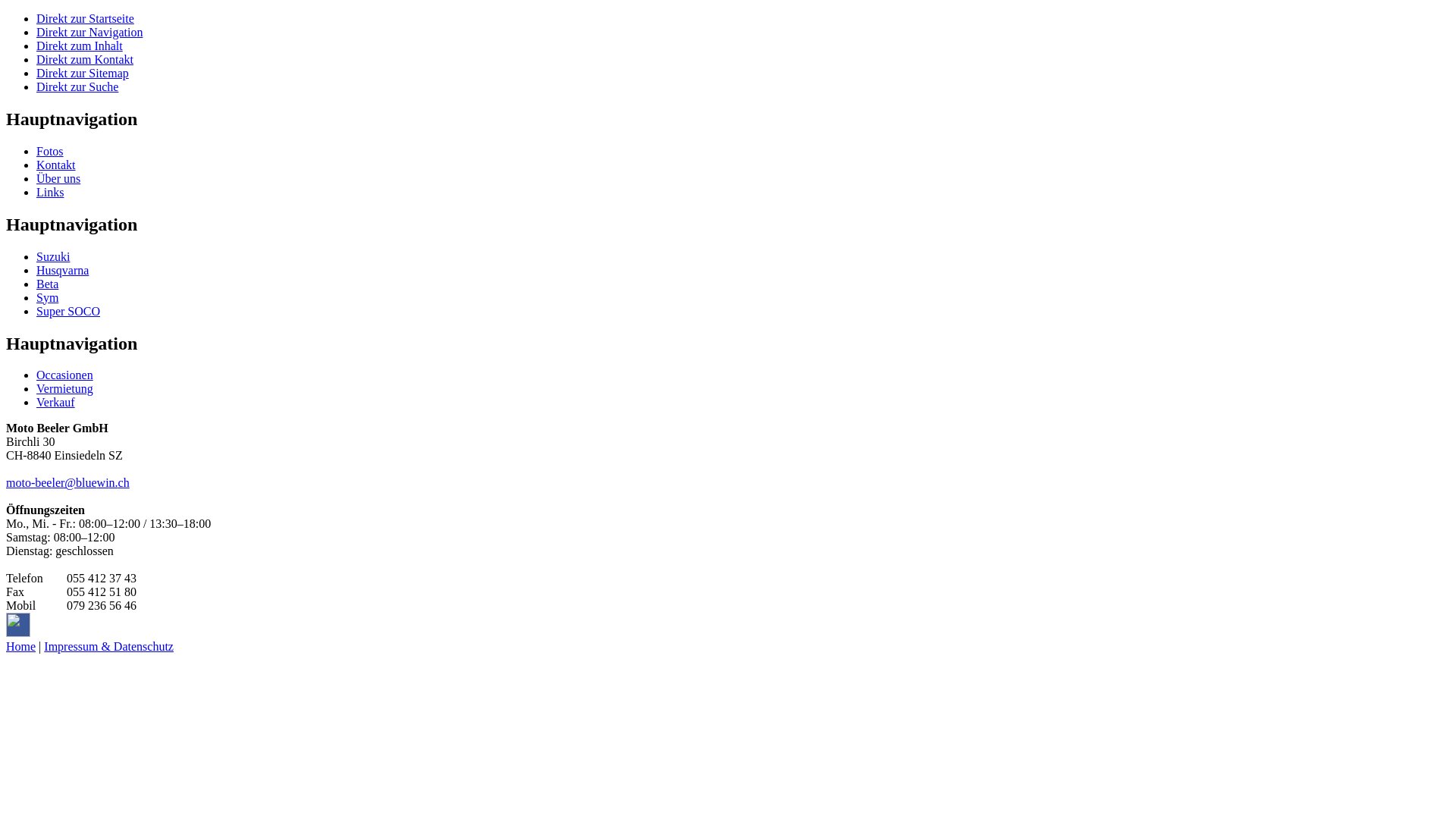  What do you see at coordinates (36, 401) in the screenshot?
I see `'Verkauf'` at bounding box center [36, 401].